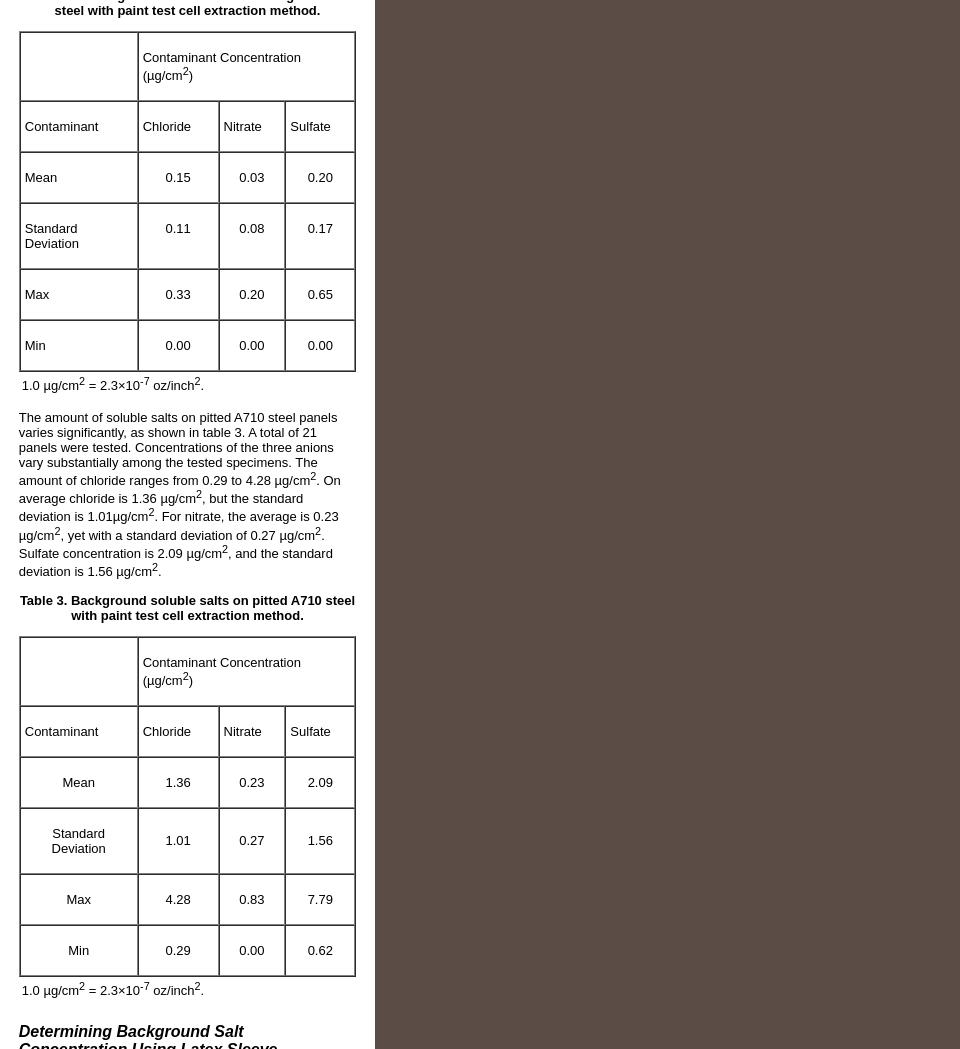 The height and width of the screenshot is (1049, 960). Describe the element at coordinates (16, 524) in the screenshot. I see `'. For nitrate, the average is 0.23 µg/cm'` at that location.